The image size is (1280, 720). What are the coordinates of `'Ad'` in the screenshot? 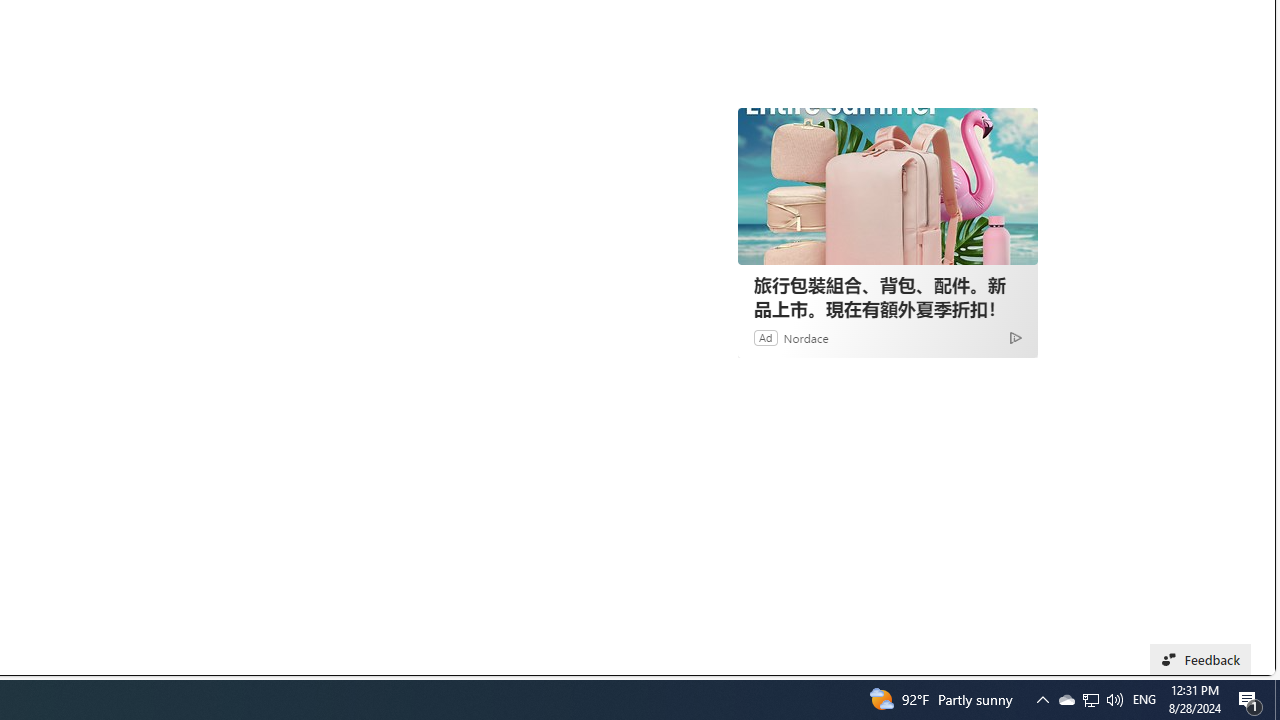 It's located at (765, 336).